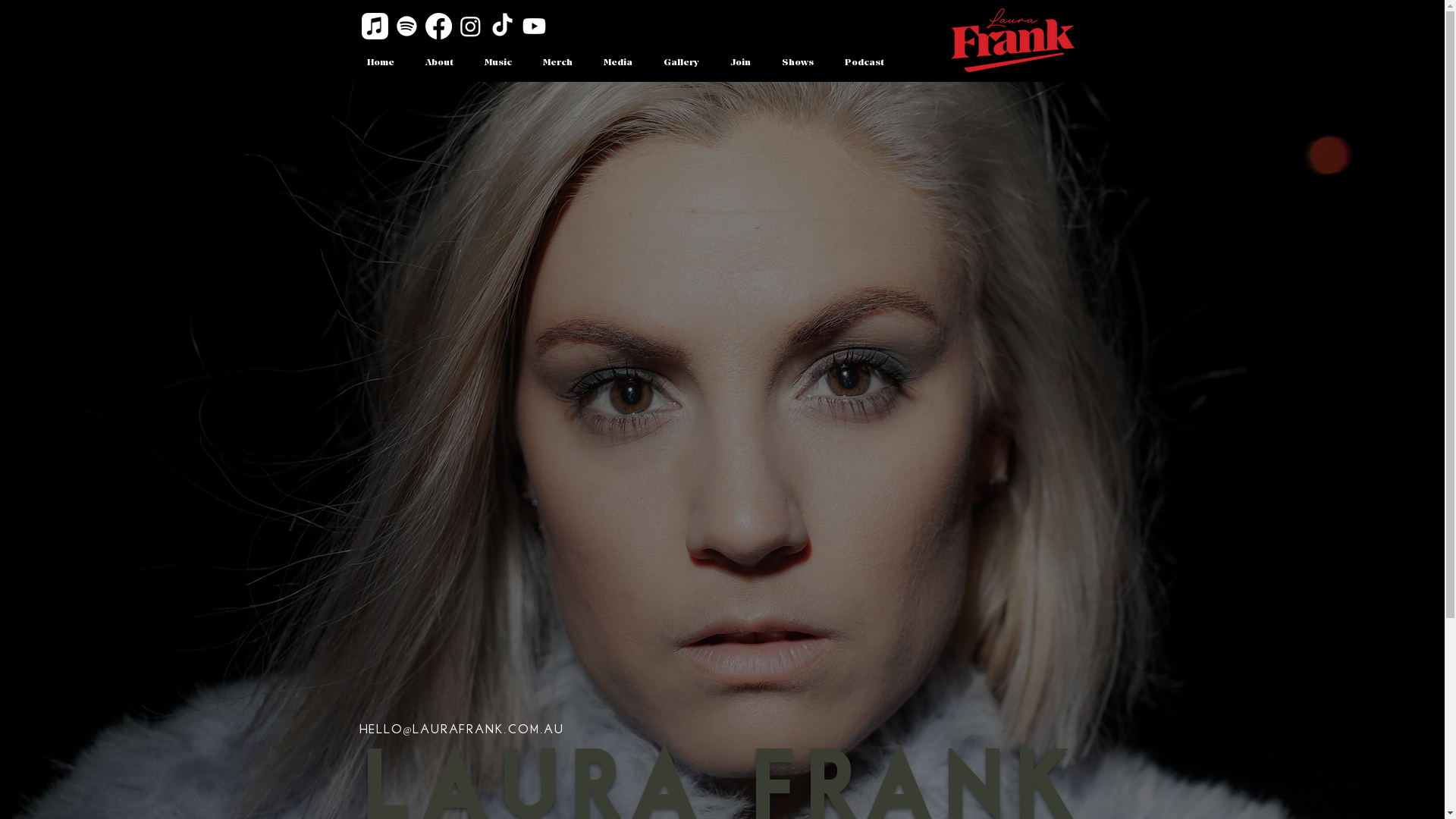 This screenshot has width=1456, height=819. I want to click on 'Home', so click(379, 62).